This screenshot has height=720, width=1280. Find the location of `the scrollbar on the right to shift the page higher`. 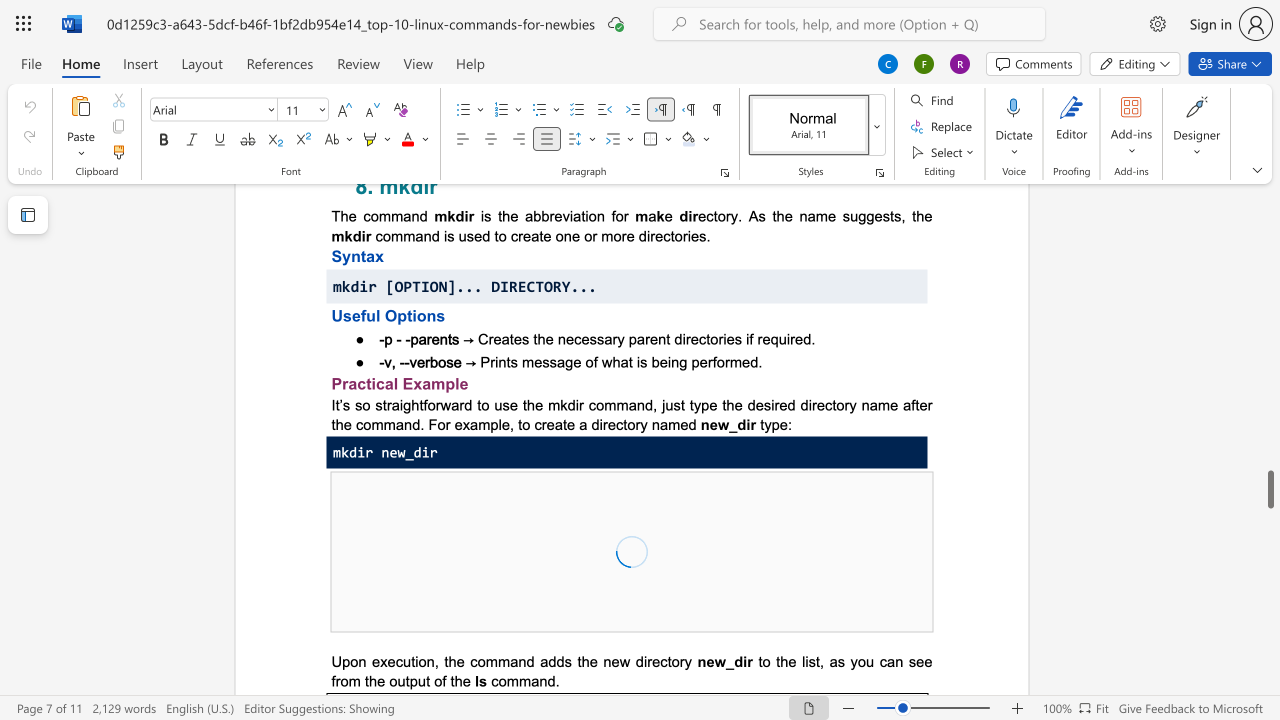

the scrollbar on the right to shift the page higher is located at coordinates (1269, 318).